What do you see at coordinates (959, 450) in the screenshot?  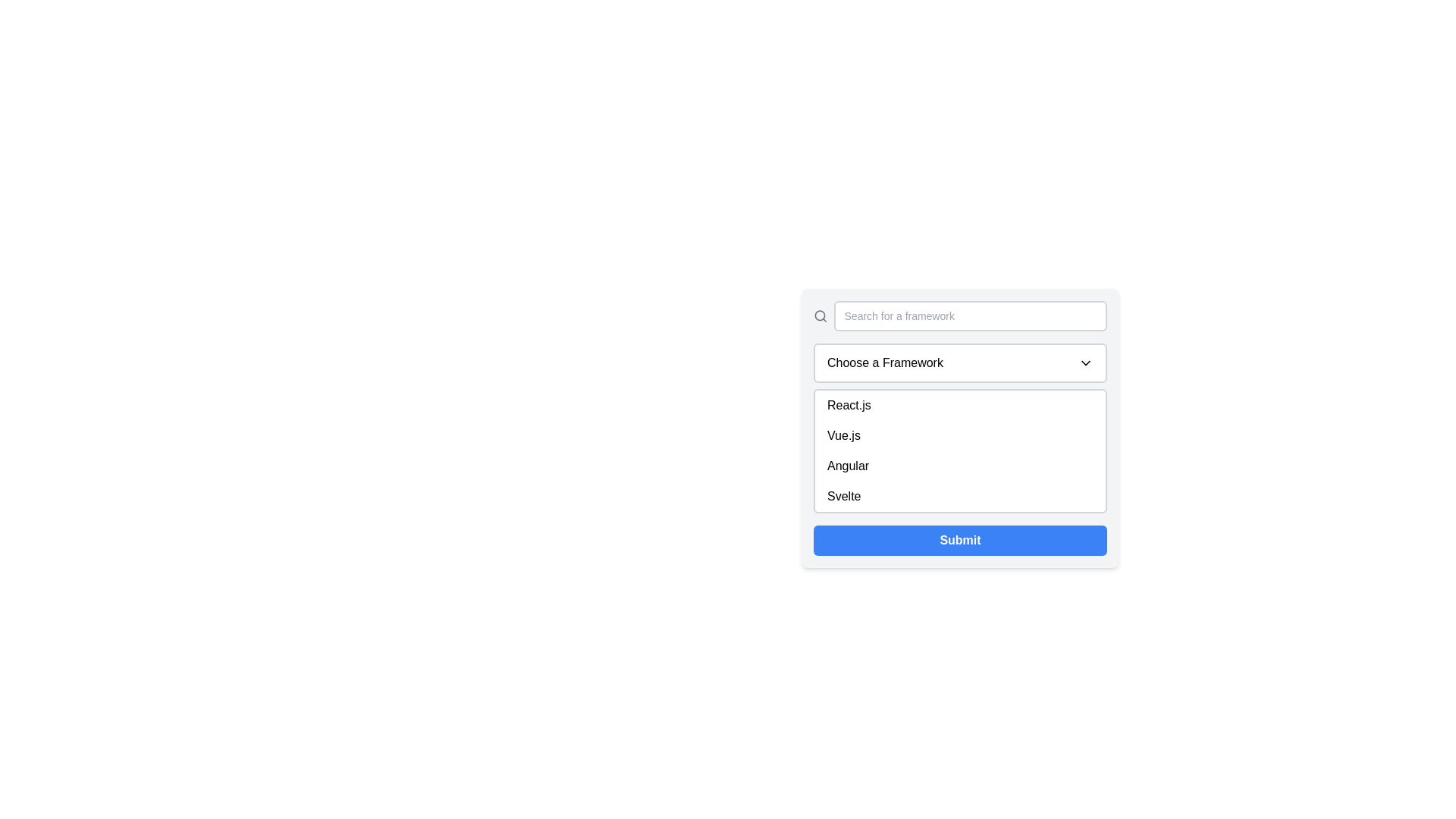 I see `an item in the scrollable dropdown selection list for programming frameworks, located beneath the 'Choose a Framework' dropdown button` at bounding box center [959, 450].